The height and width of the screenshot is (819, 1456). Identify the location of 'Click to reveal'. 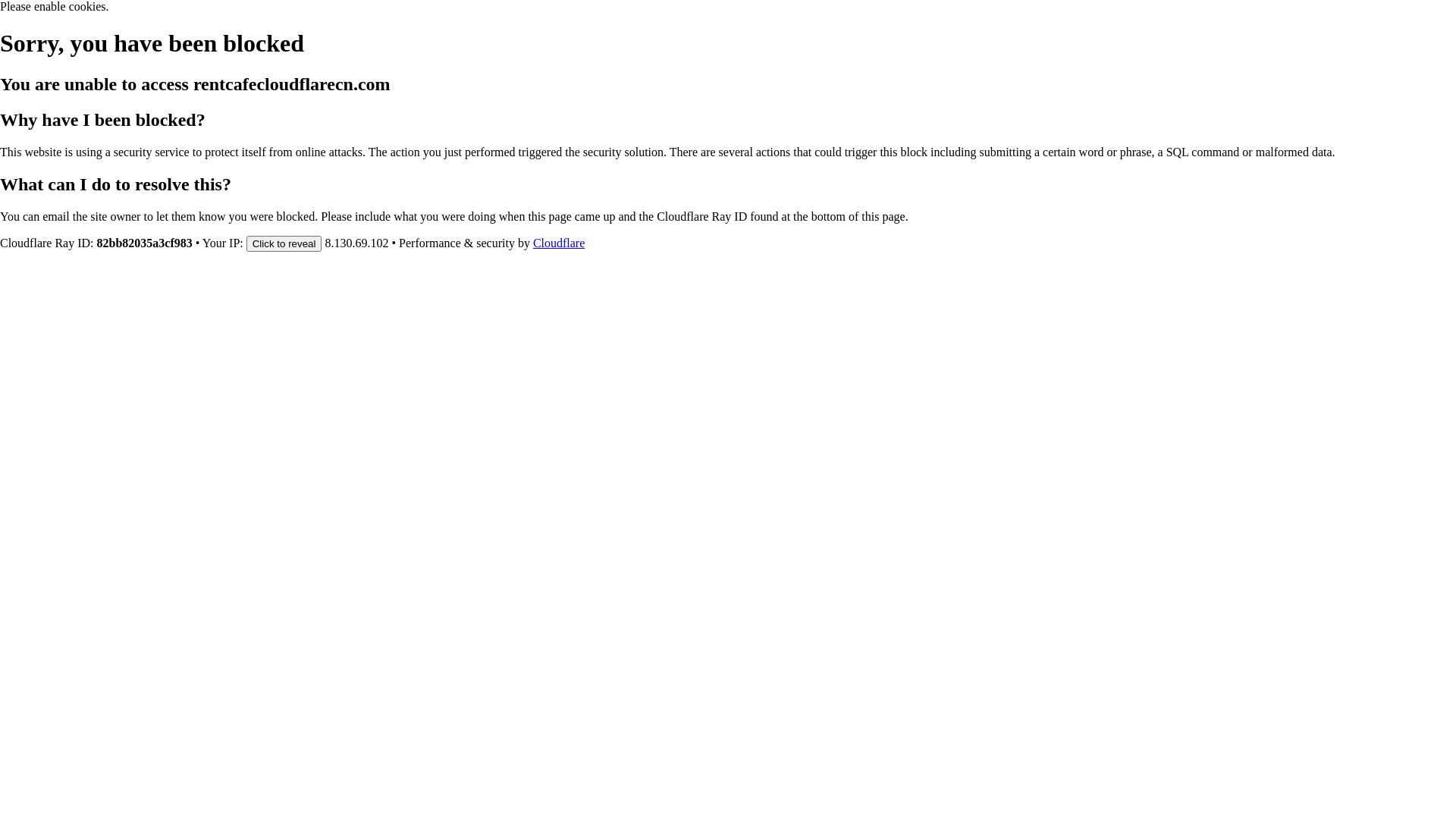
(284, 242).